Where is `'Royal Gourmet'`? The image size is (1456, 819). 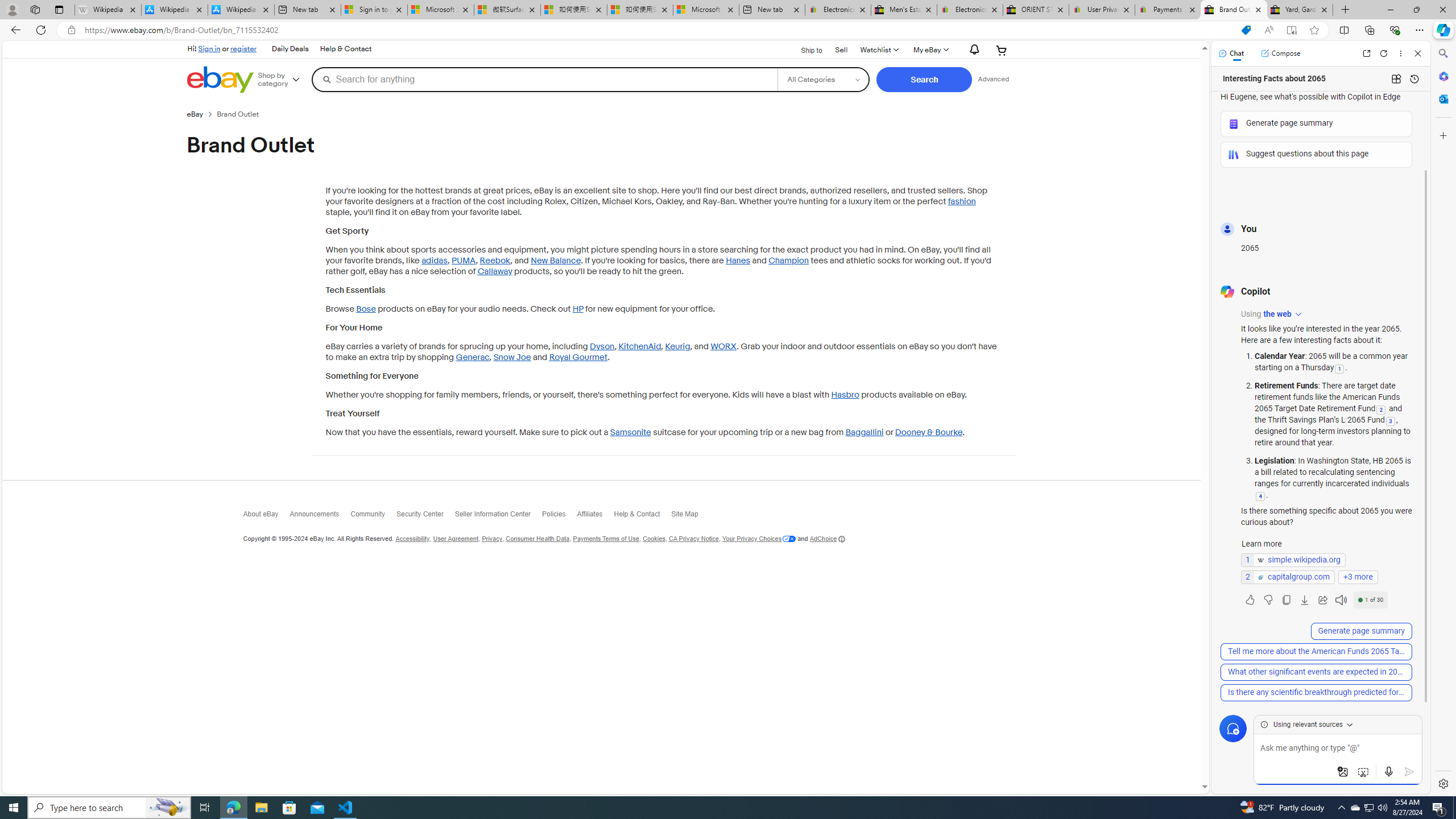 'Royal Gourmet' is located at coordinates (578, 357).